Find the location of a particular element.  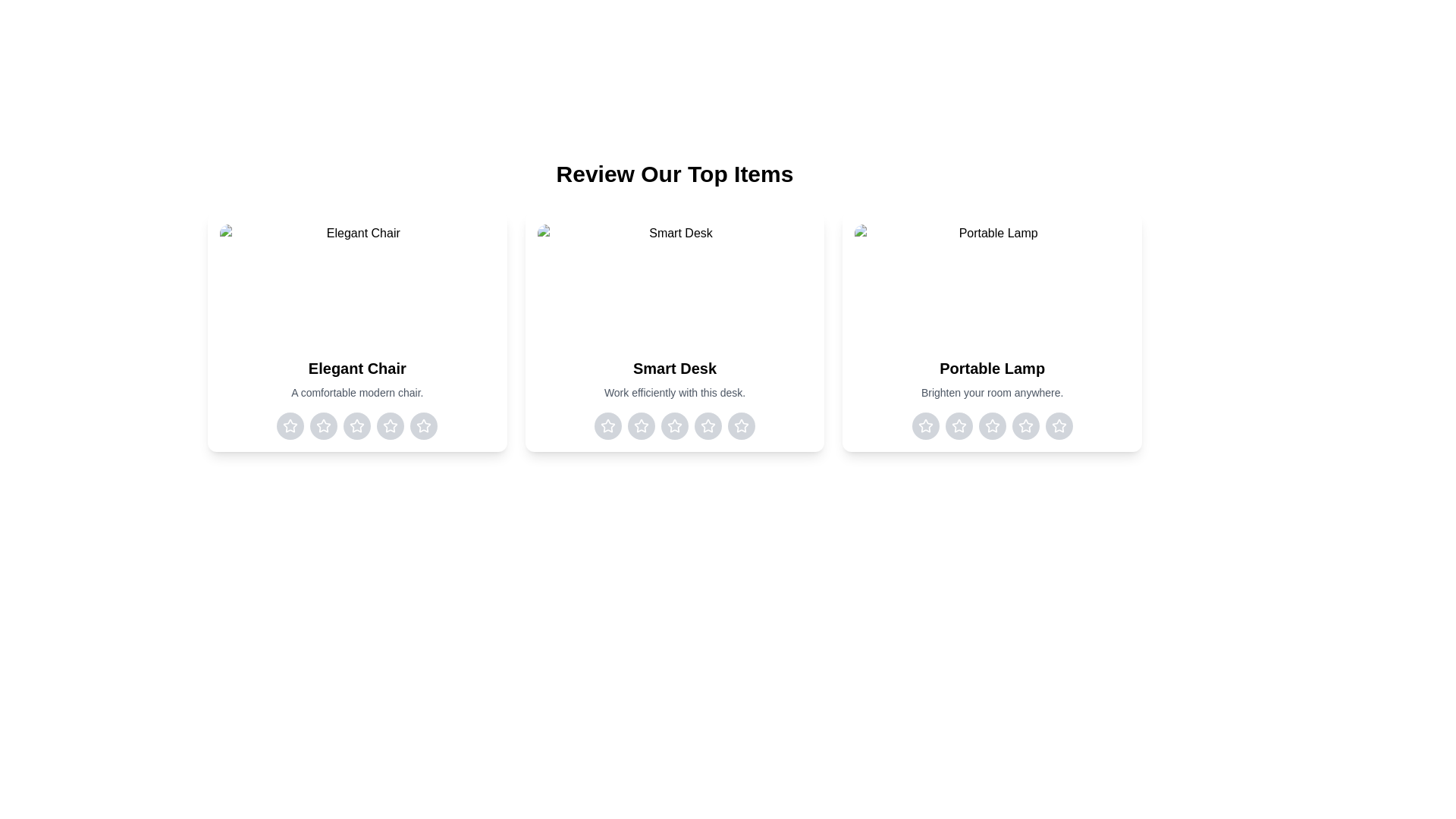

the details of the item Smart Desk is located at coordinates (673, 331).